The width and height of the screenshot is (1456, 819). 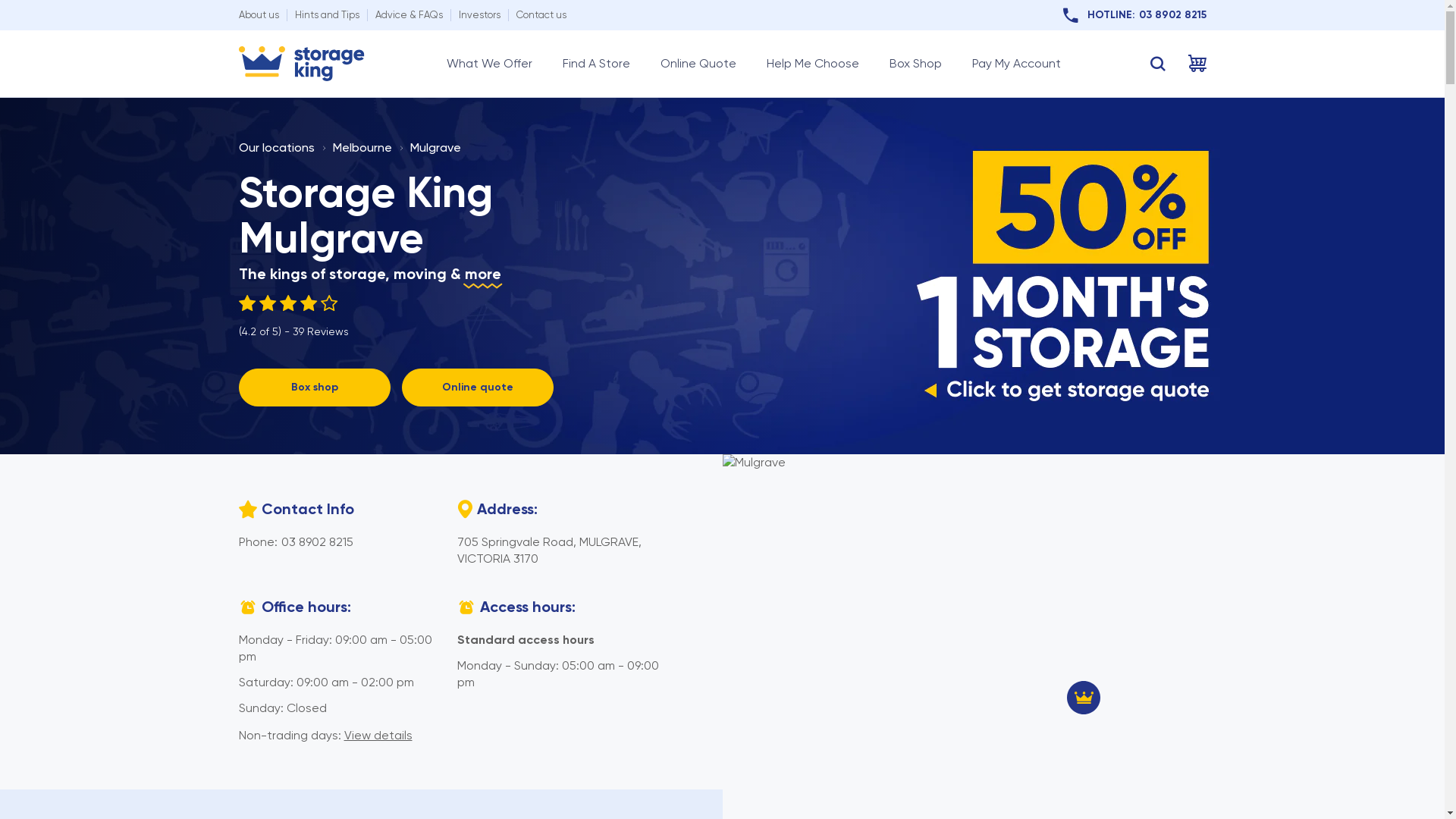 I want to click on 'About us', so click(x=258, y=14).